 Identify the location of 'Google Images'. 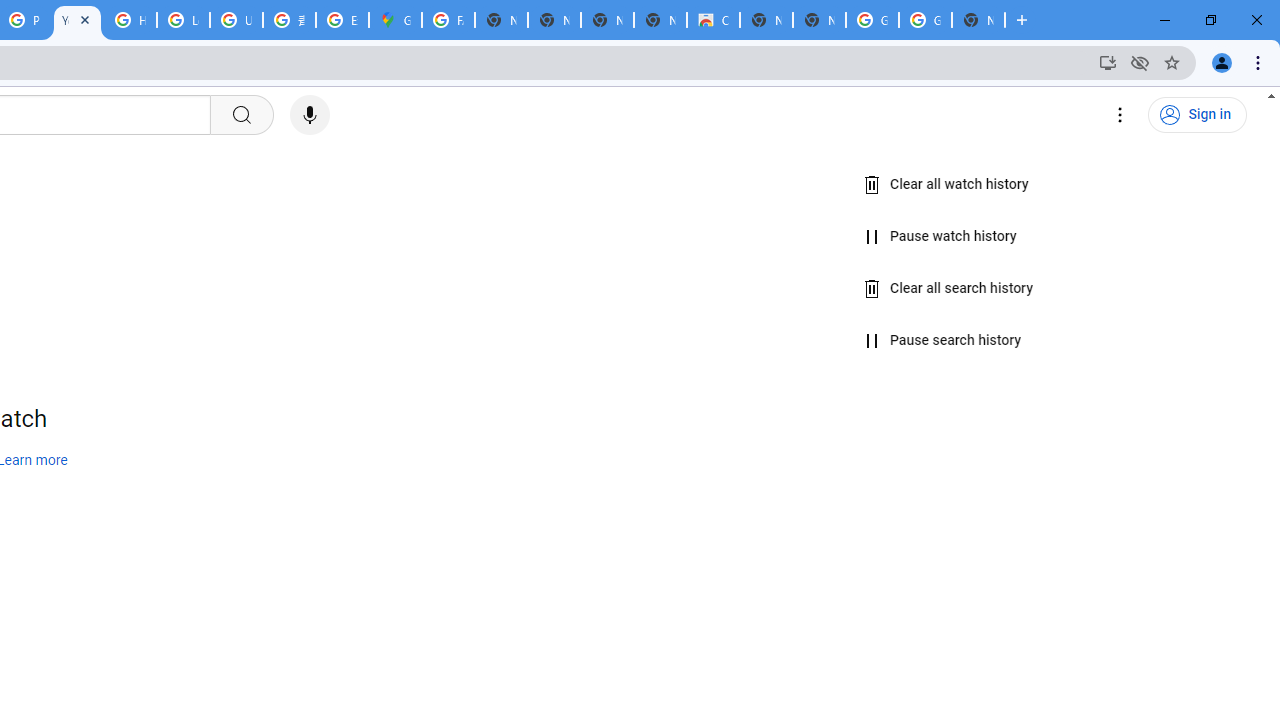
(924, 20).